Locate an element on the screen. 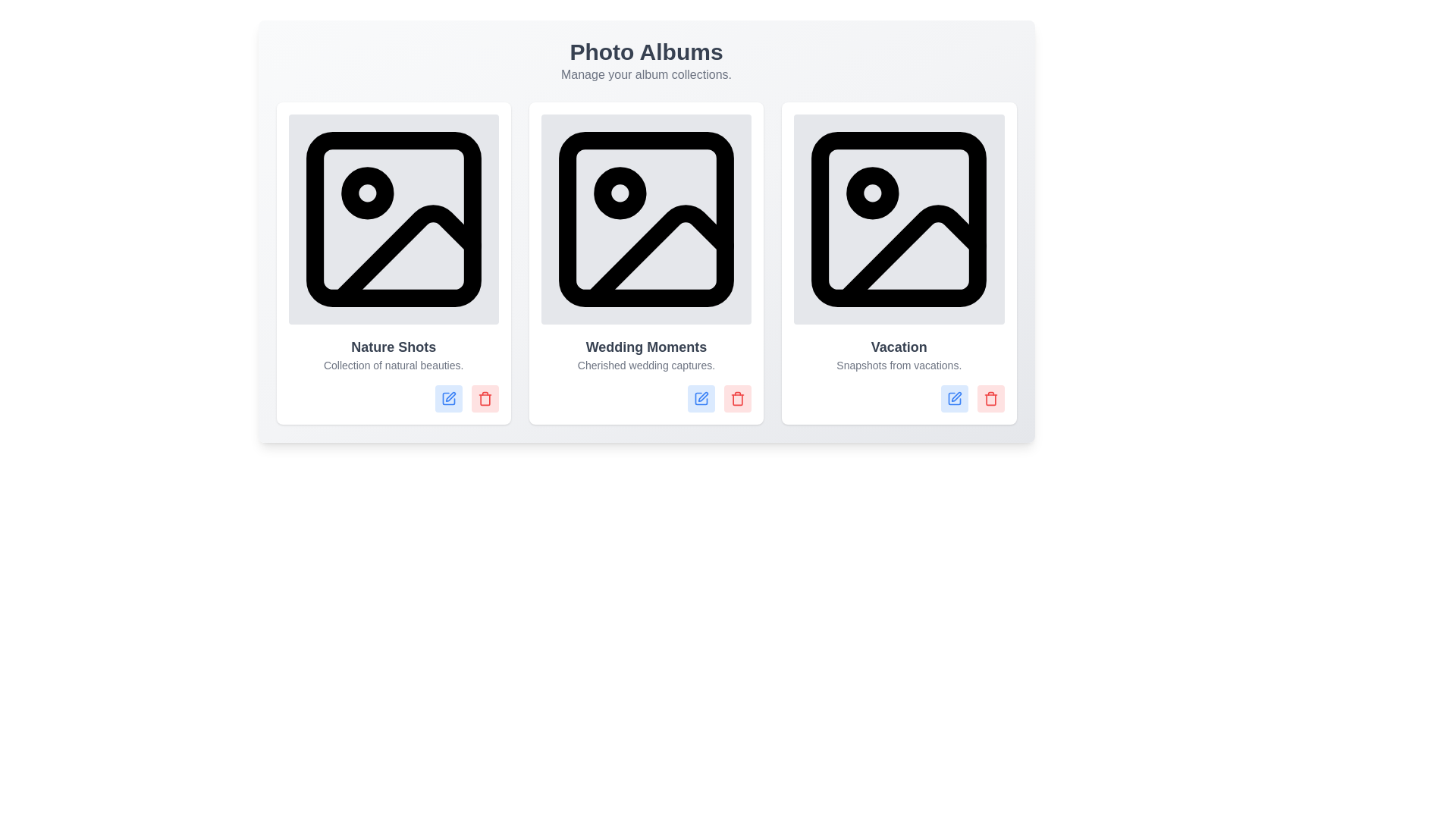  edit button of the album titled Nature Shots is located at coordinates (447, 398).